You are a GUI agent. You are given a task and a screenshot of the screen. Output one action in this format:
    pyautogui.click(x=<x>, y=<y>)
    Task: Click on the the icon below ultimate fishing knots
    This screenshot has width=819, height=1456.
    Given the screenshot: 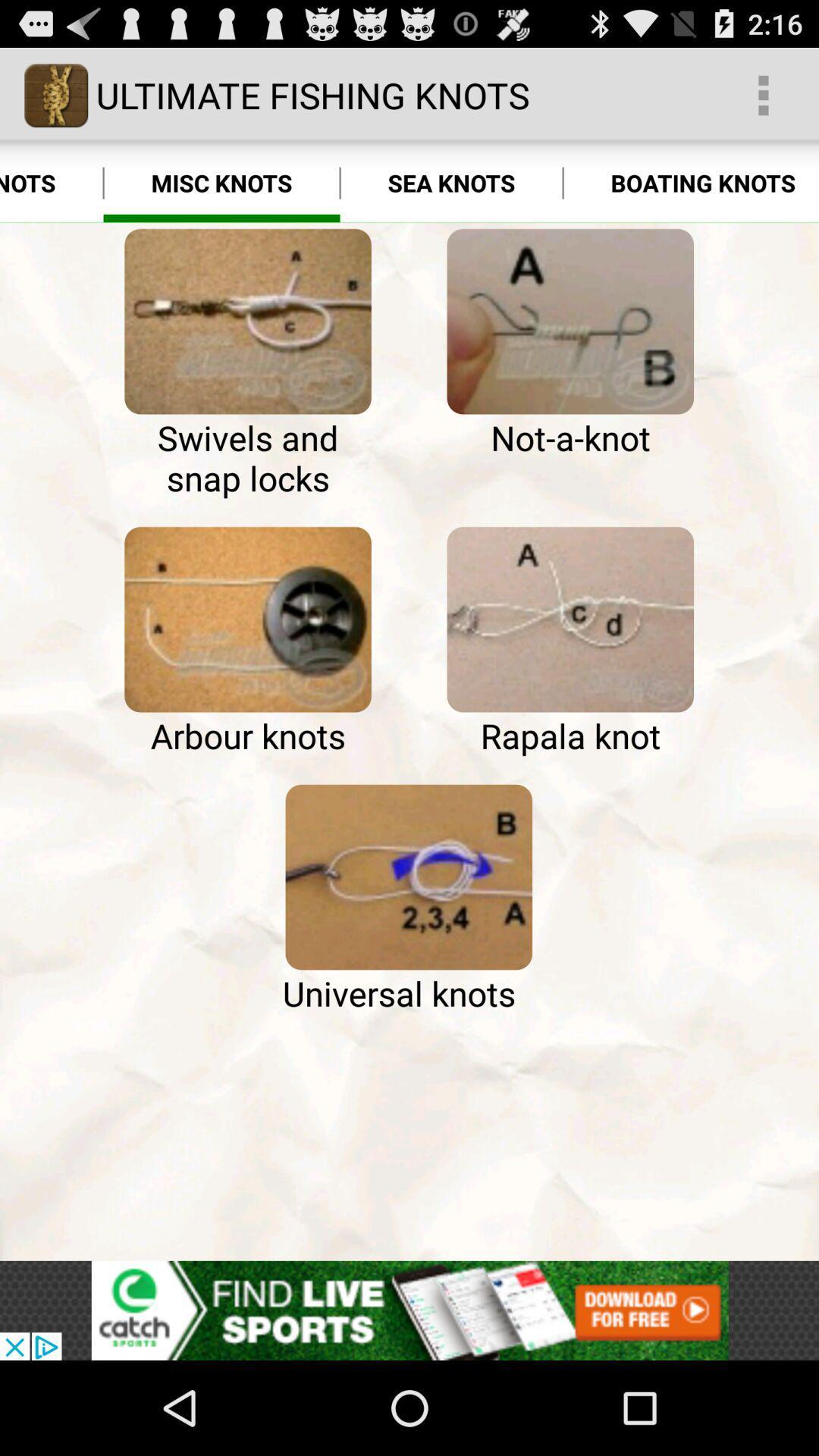 What is the action you would take?
    pyautogui.click(x=221, y=182)
    